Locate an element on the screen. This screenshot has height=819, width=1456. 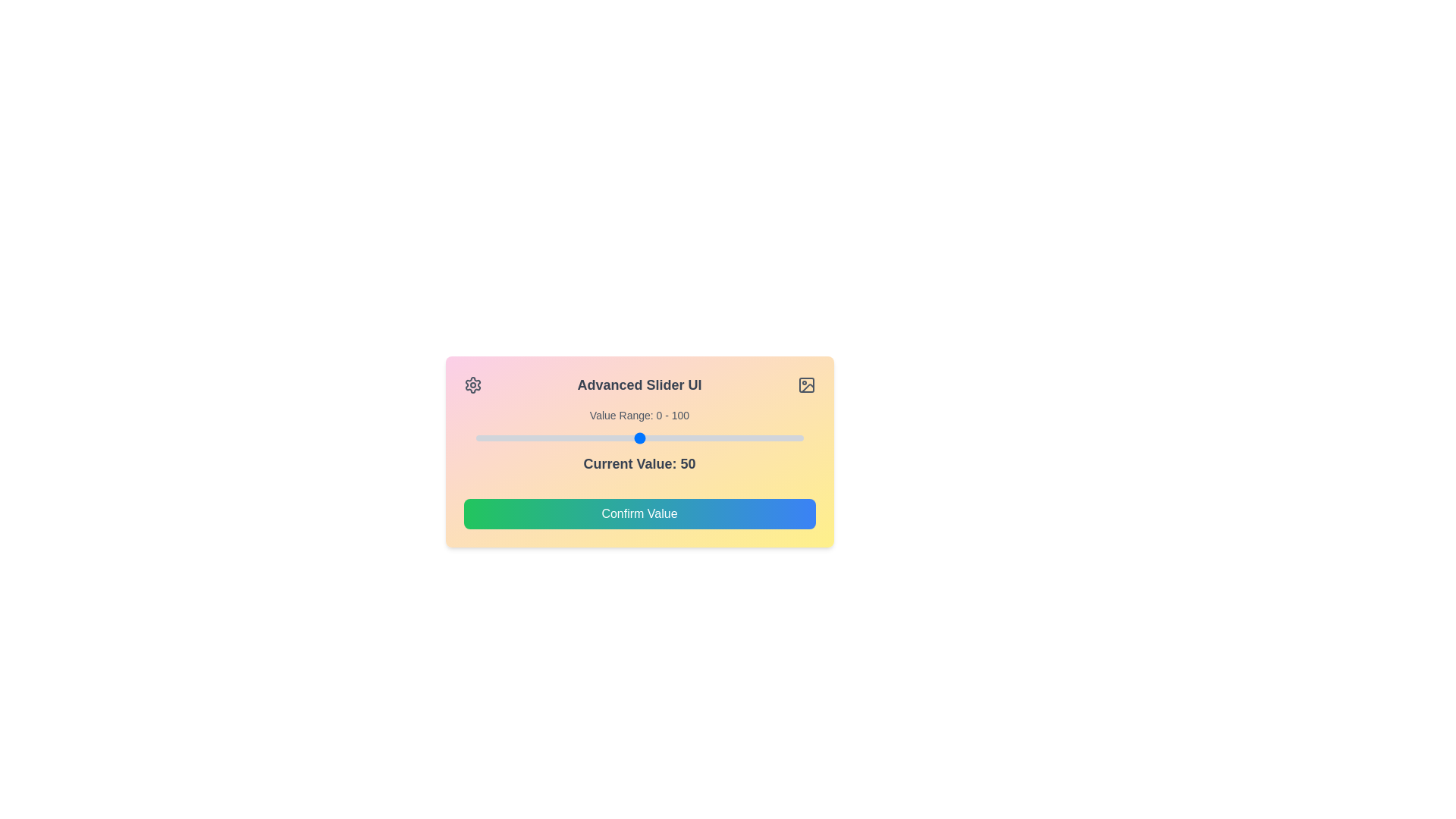
the slider to set the value to 84 is located at coordinates (751, 438).